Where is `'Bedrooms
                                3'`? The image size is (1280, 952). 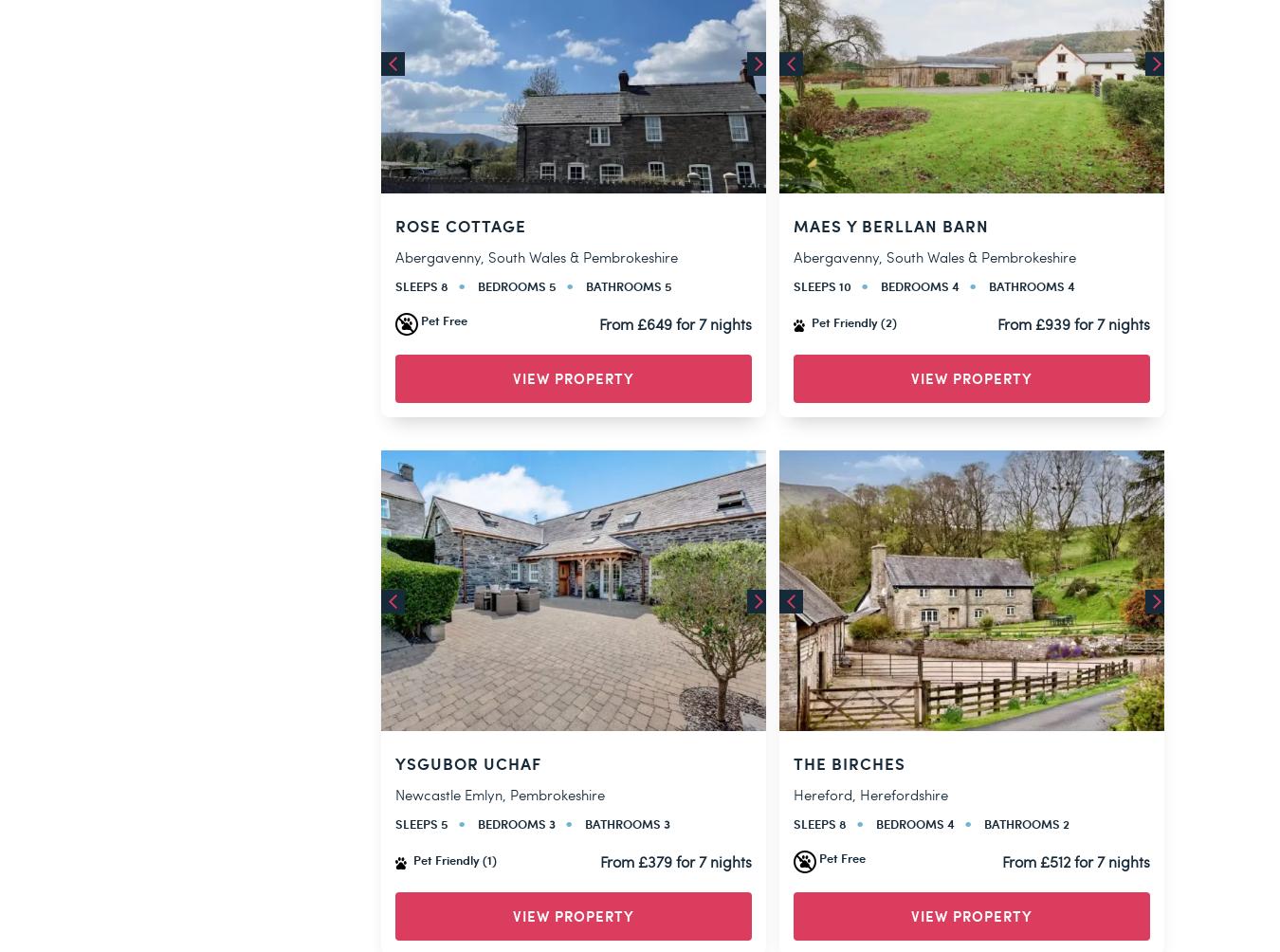
'Bedrooms
                                3' is located at coordinates (515, 247).